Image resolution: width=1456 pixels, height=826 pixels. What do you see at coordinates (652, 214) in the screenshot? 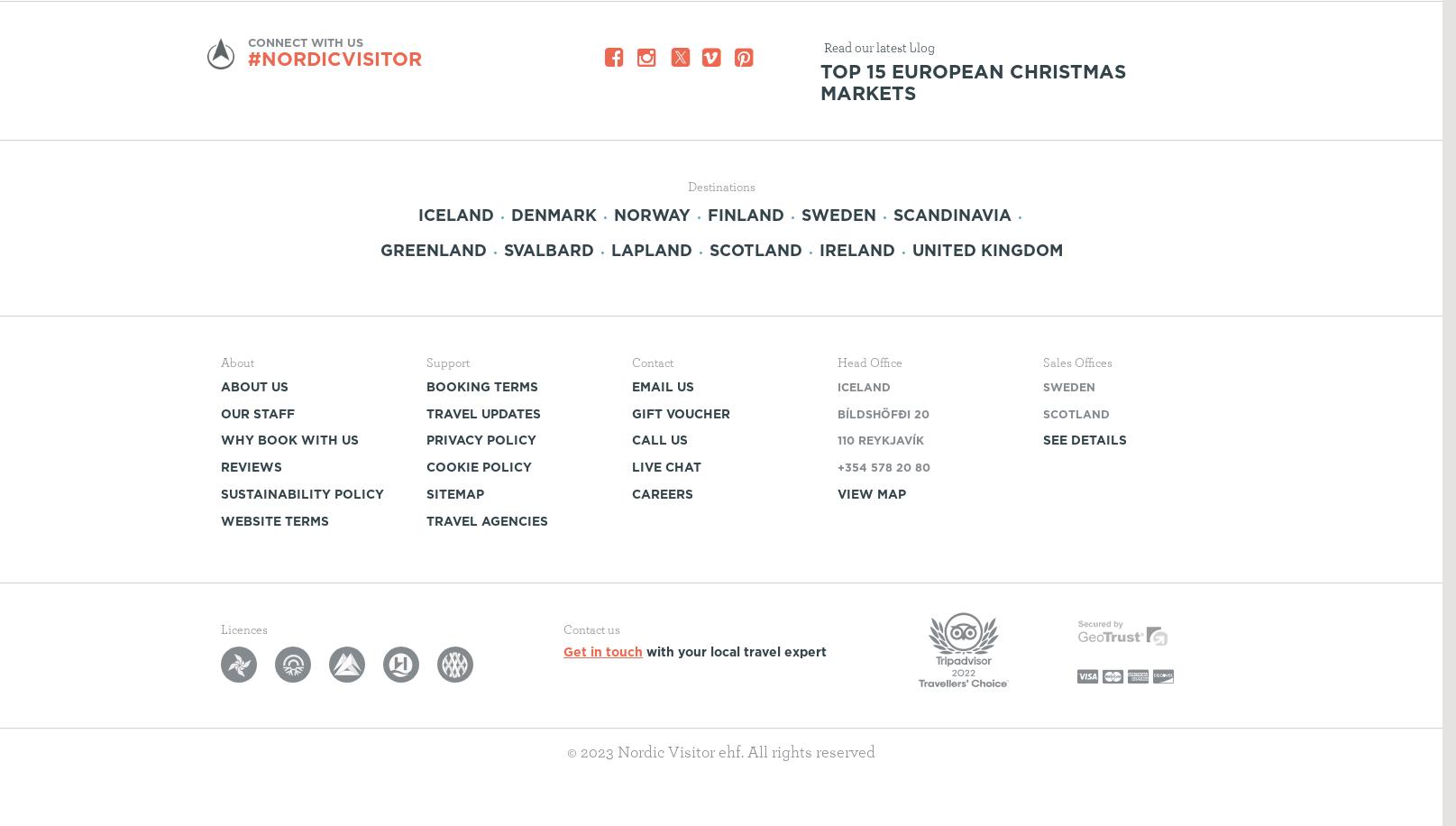
I see `'Norway'` at bounding box center [652, 214].